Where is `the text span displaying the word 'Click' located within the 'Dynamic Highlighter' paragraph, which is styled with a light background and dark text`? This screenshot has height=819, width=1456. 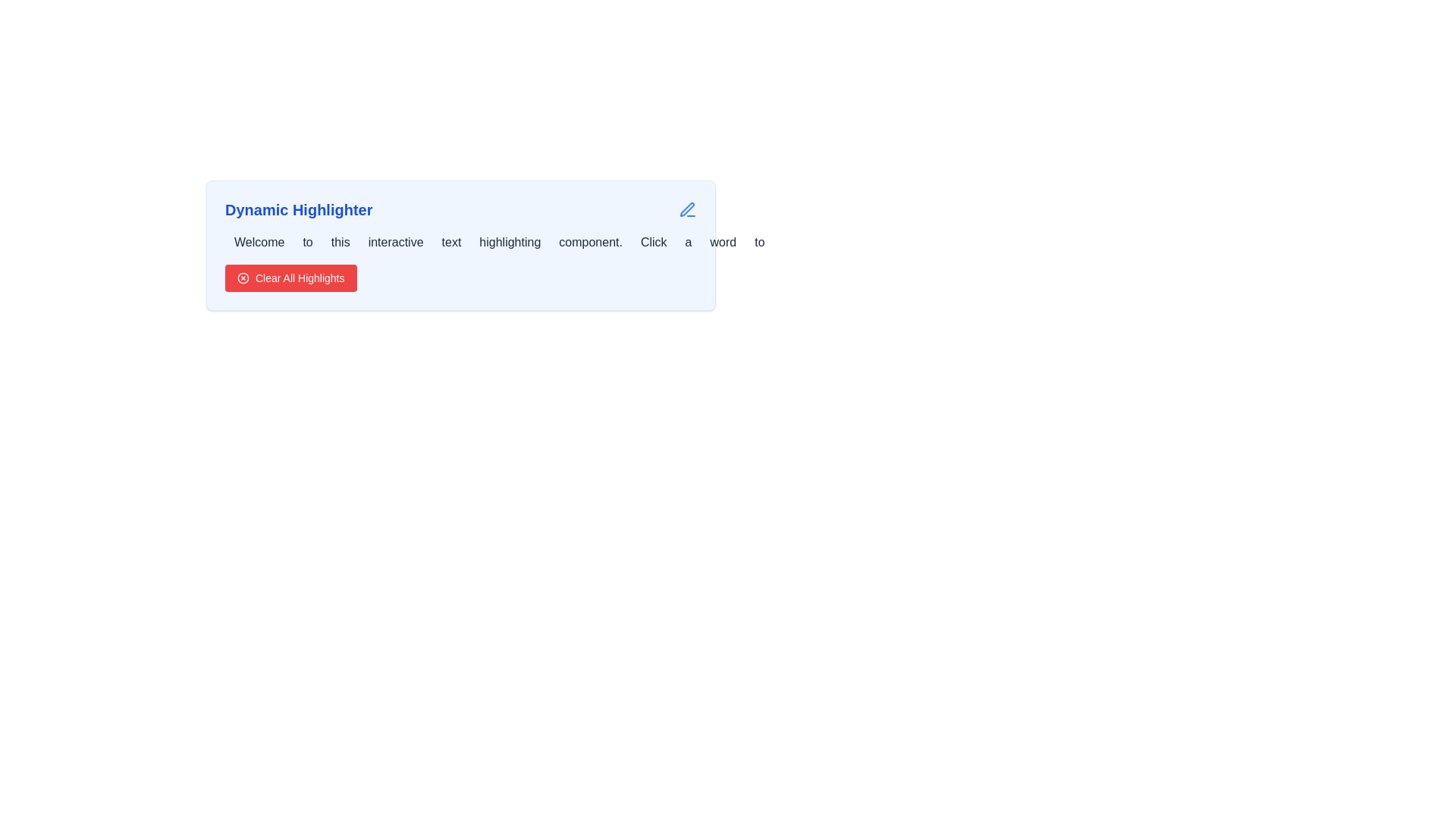
the text span displaying the word 'Click' located within the 'Dynamic Highlighter' paragraph, which is styled with a light background and dark text is located at coordinates (654, 241).